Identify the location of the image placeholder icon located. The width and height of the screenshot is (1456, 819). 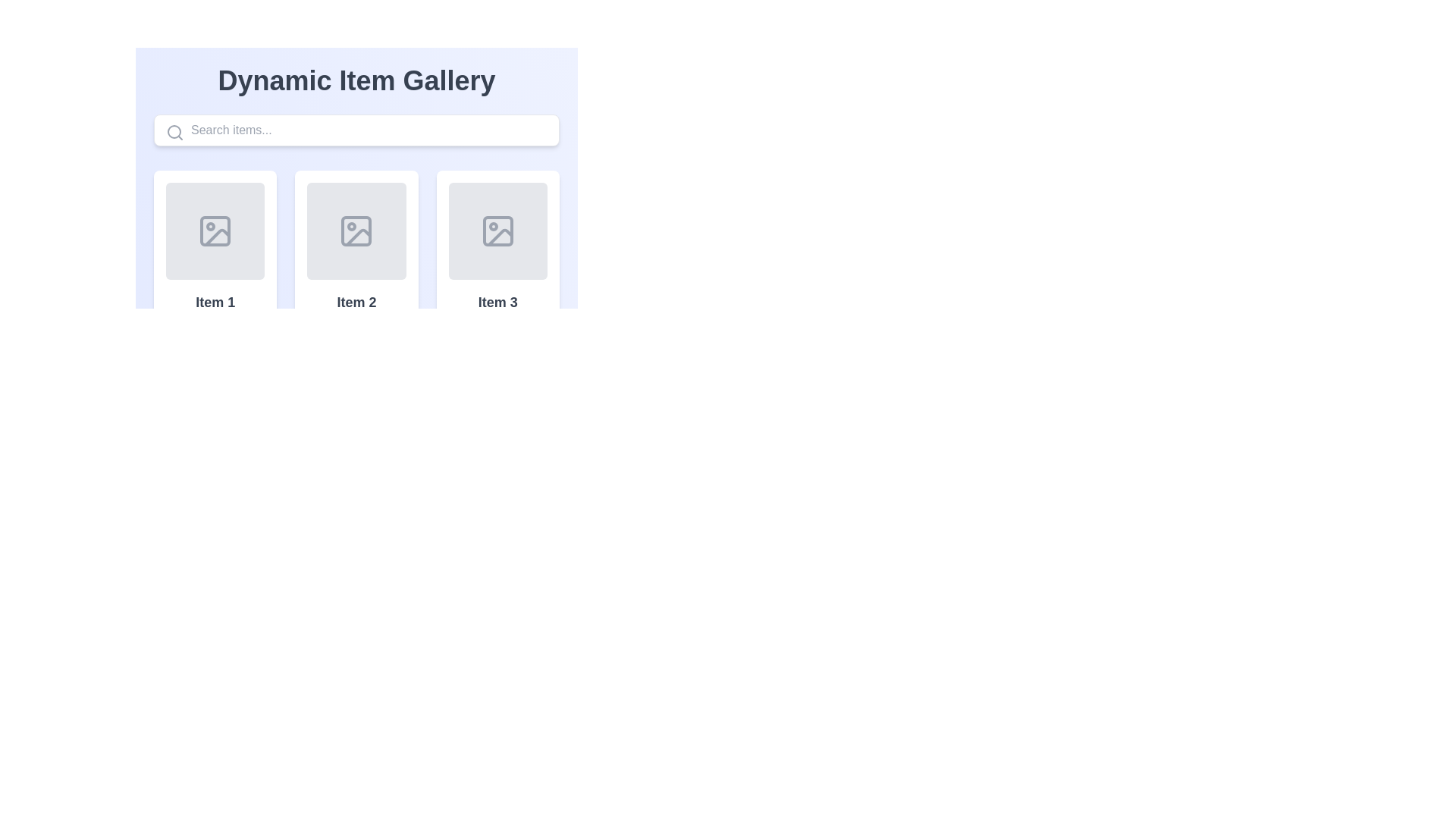
(356, 231).